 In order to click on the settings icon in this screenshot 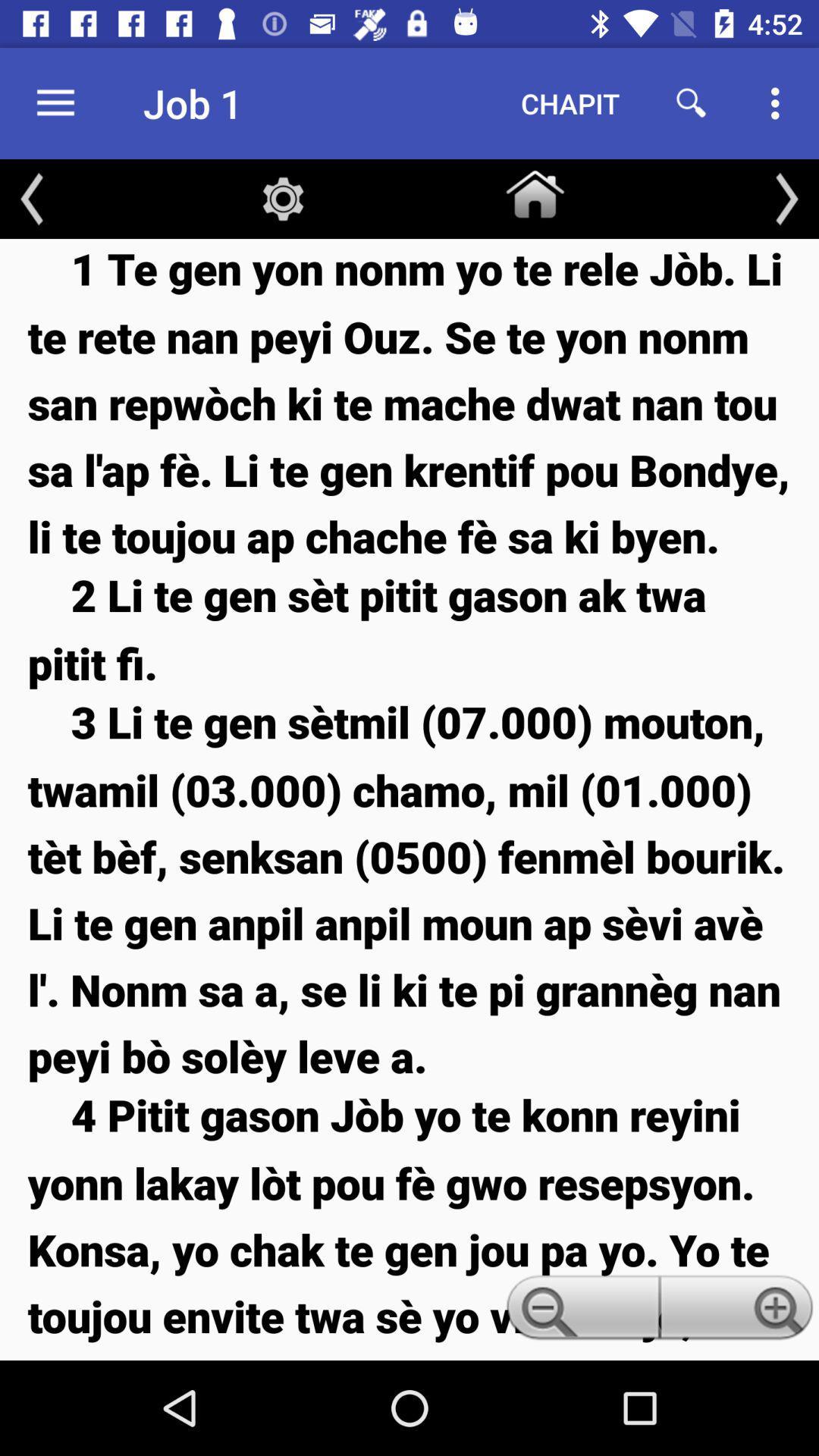, I will do `click(283, 198)`.